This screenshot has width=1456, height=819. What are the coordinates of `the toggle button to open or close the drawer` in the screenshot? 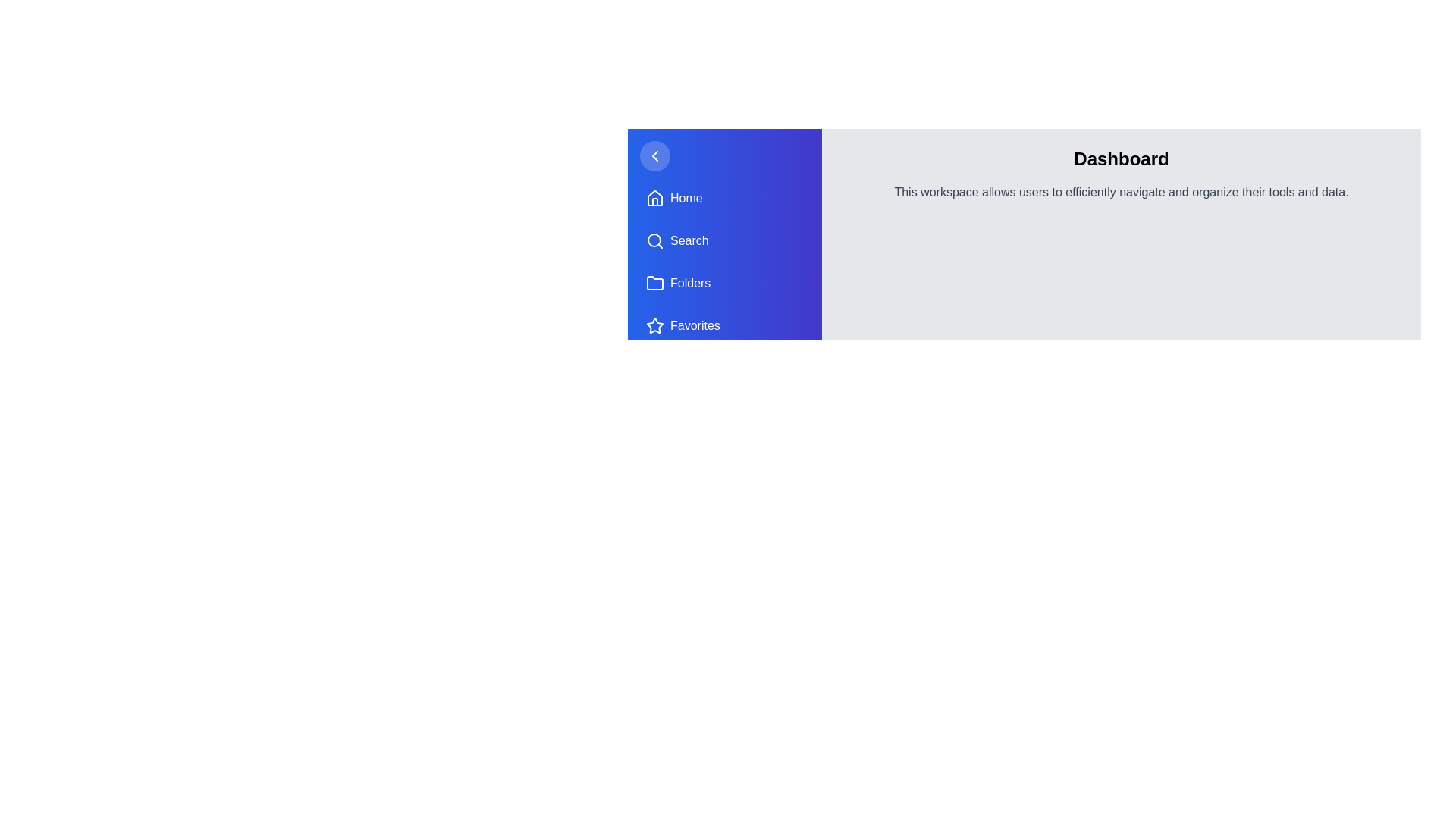 It's located at (655, 155).